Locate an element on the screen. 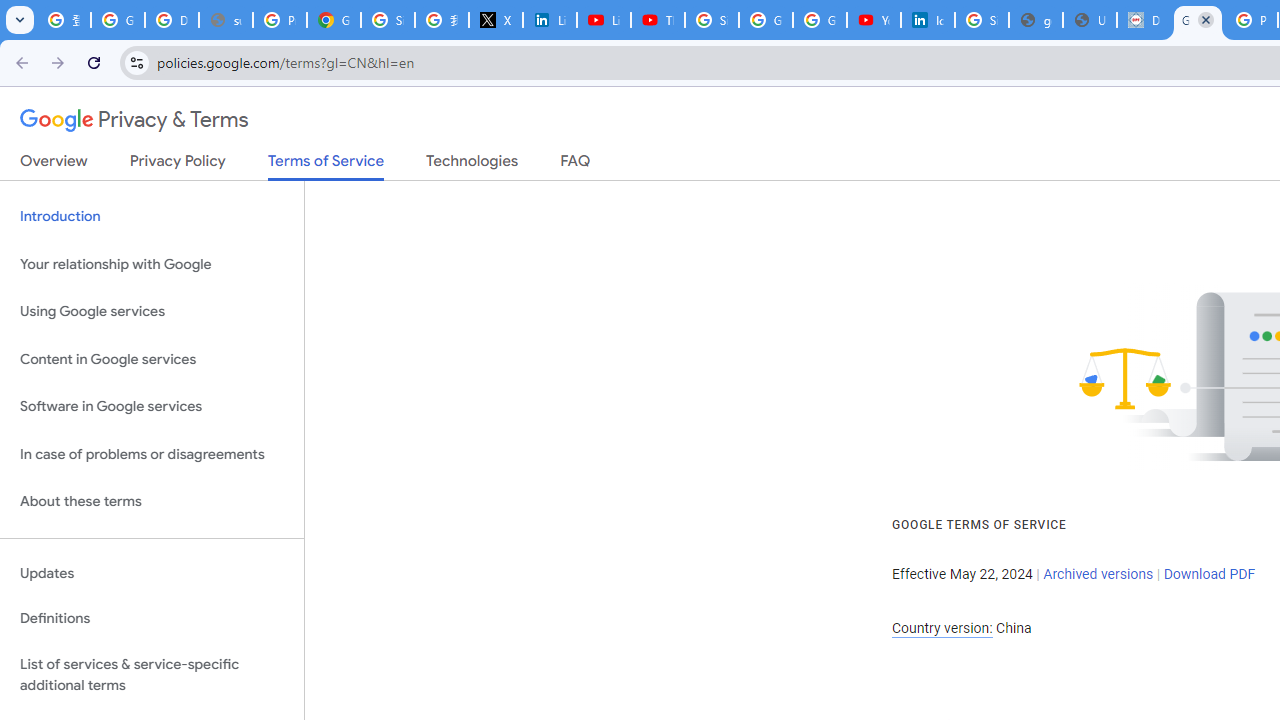 The height and width of the screenshot is (720, 1280). 'Archived versions' is located at coordinates (1097, 574).